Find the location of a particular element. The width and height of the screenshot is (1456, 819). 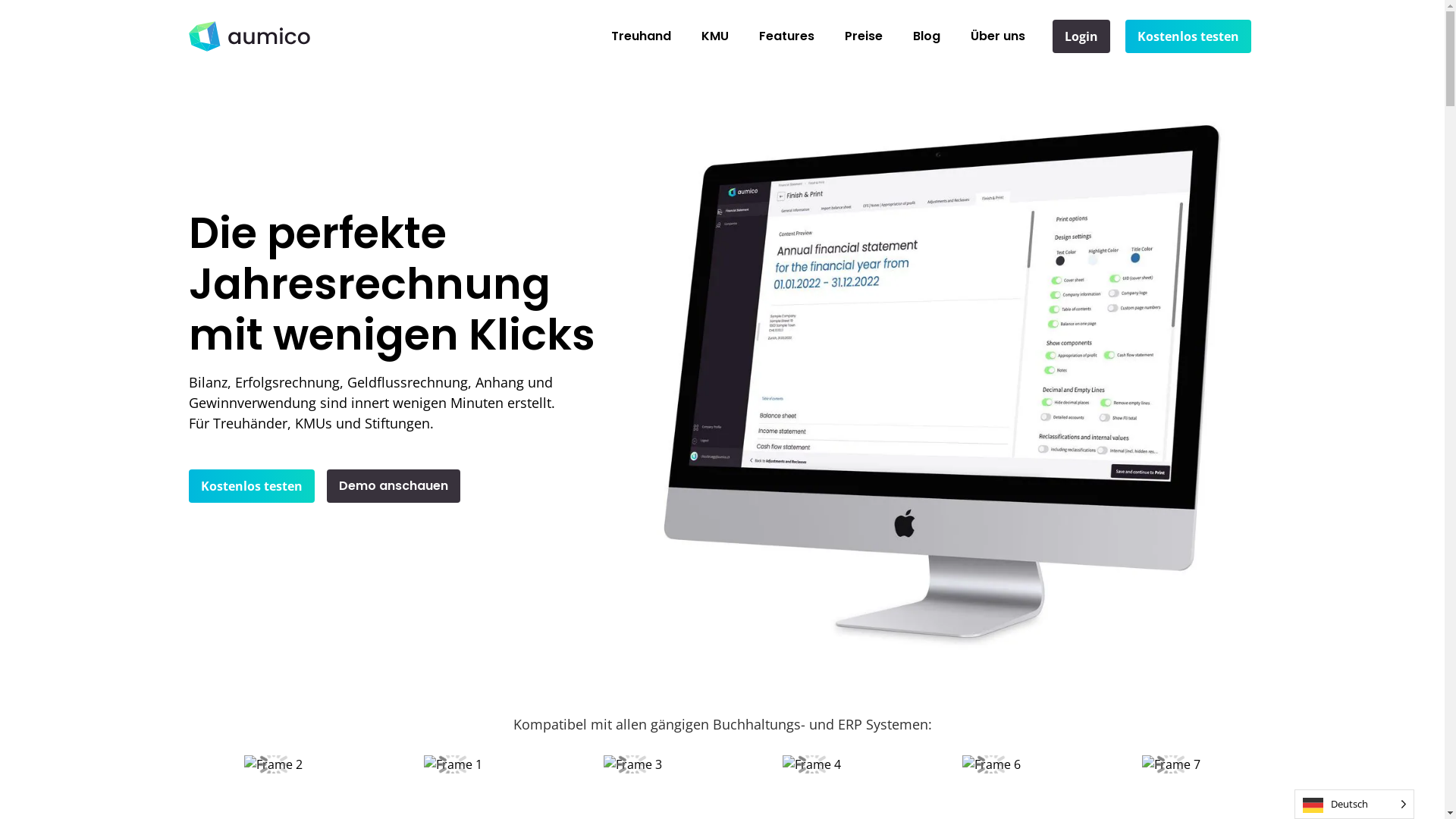

'Demo anschauen' is located at coordinates (393, 485).